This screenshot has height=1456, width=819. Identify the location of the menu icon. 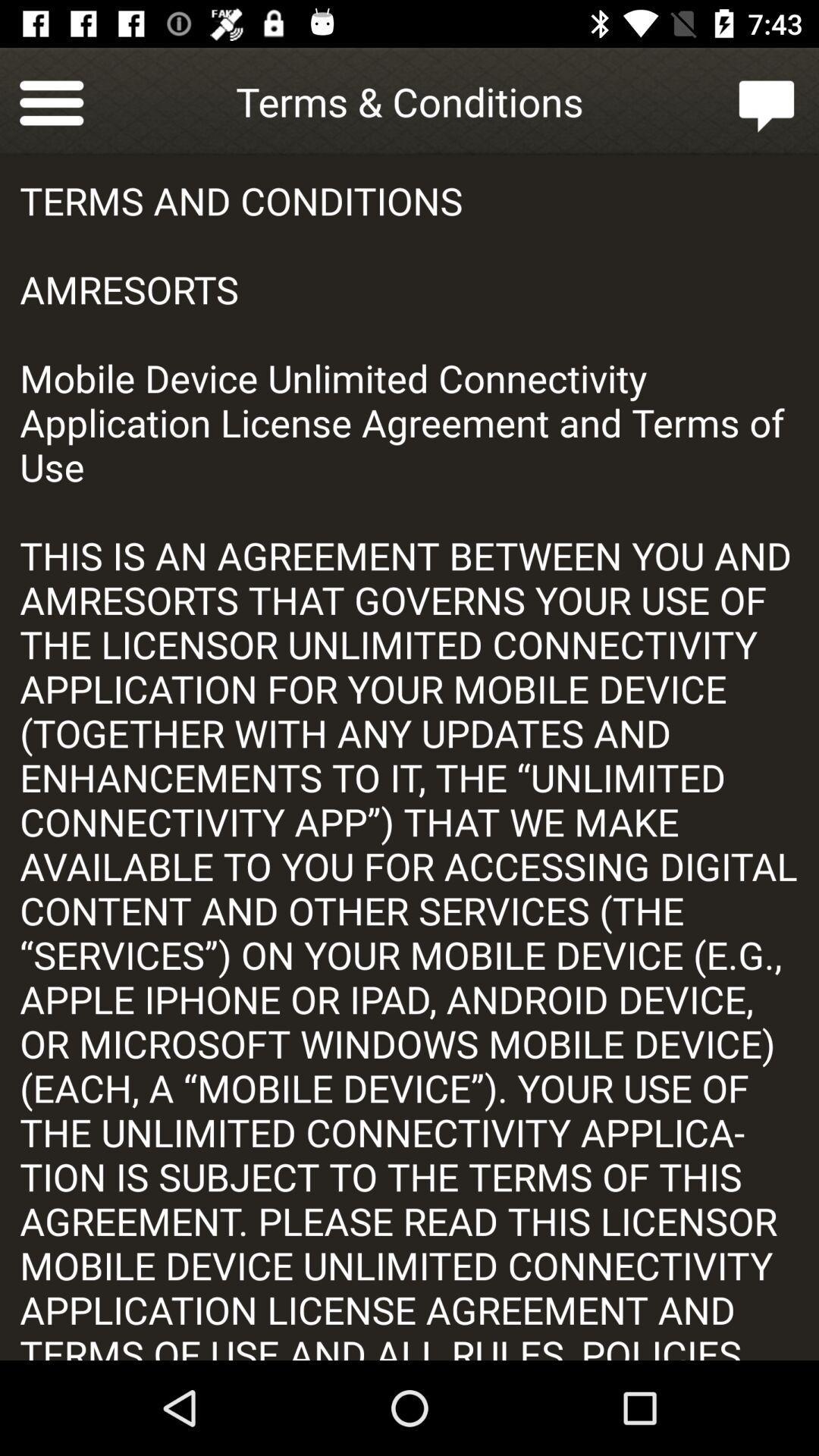
(51, 100).